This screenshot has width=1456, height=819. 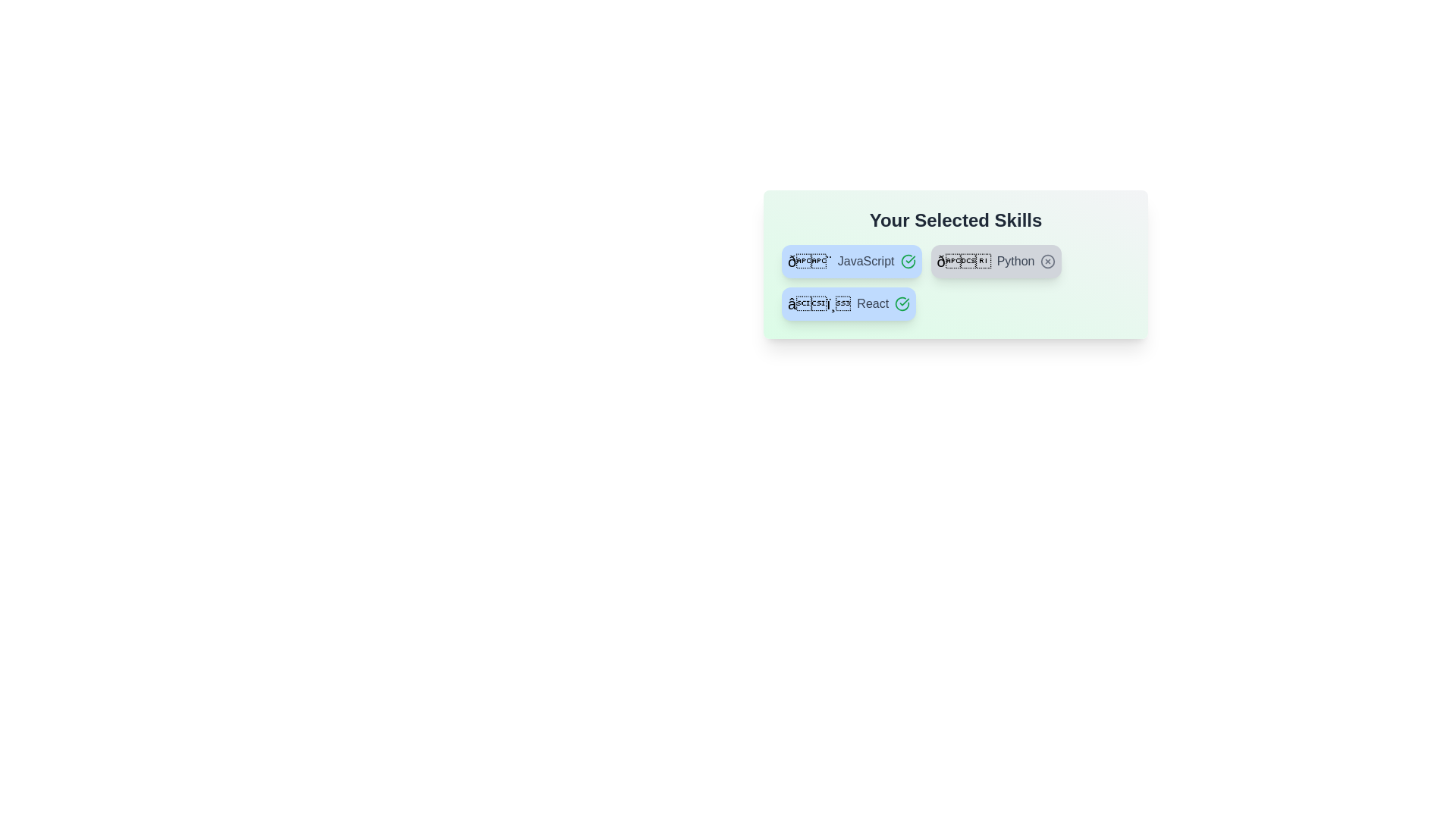 I want to click on the skill chip labeled JavaScript, so click(x=852, y=260).